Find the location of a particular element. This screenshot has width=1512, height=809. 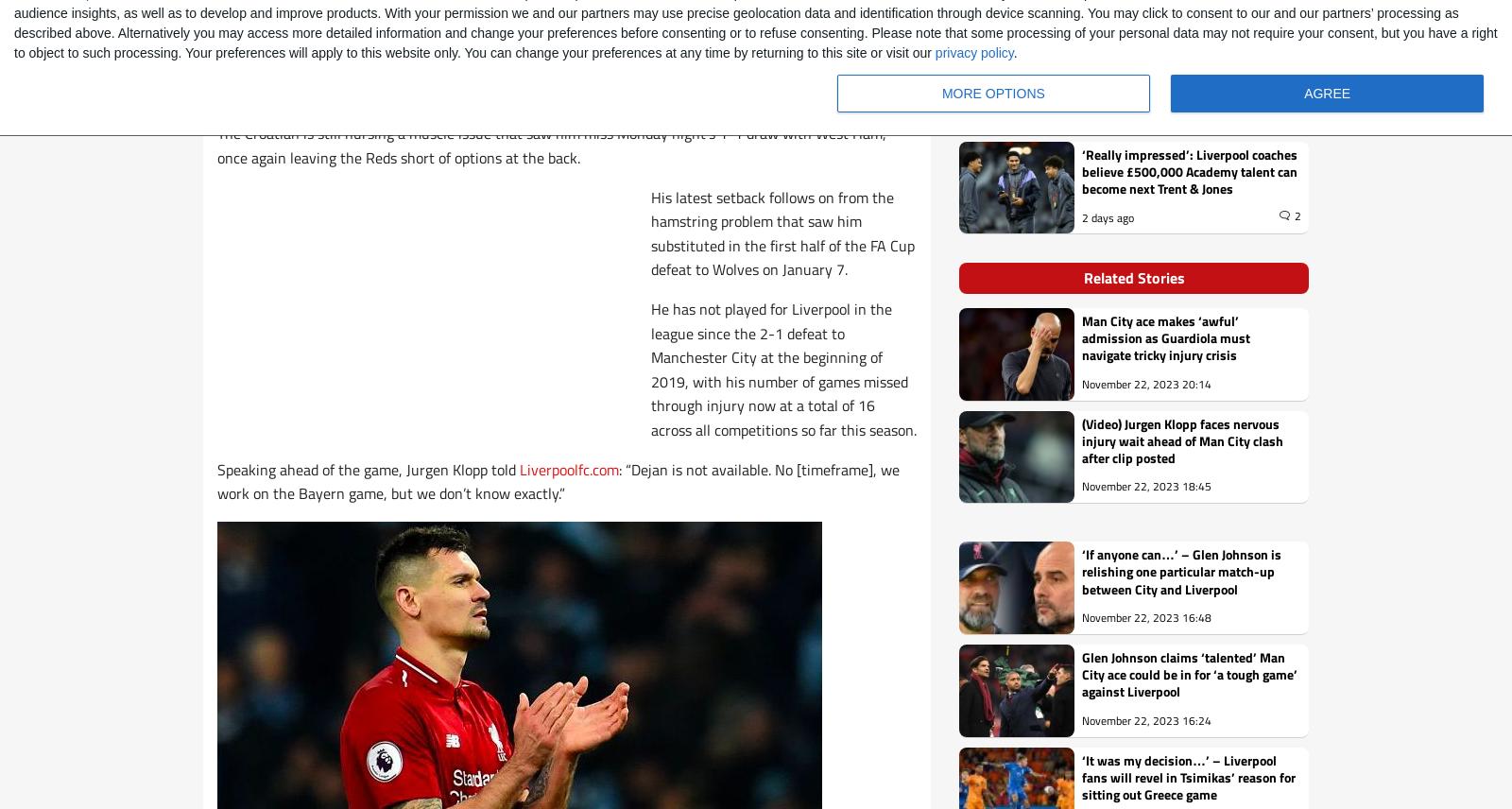

'‘It was my decision…’ – Liverpool fans will revel in Tsimikas’ reason for sitting out Greece game' is located at coordinates (1188, 775).